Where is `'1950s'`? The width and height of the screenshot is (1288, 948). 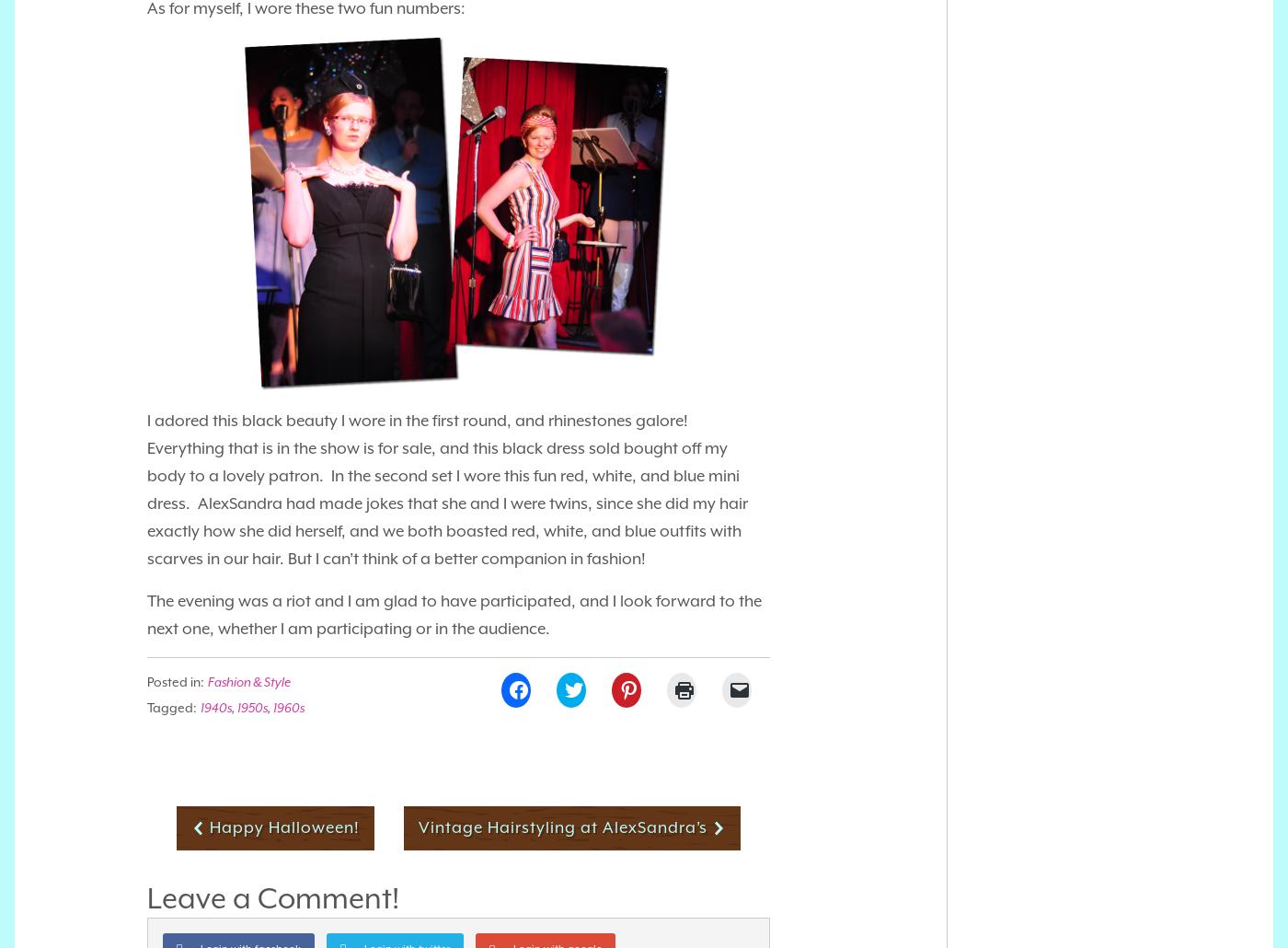
'1950s' is located at coordinates (252, 706).